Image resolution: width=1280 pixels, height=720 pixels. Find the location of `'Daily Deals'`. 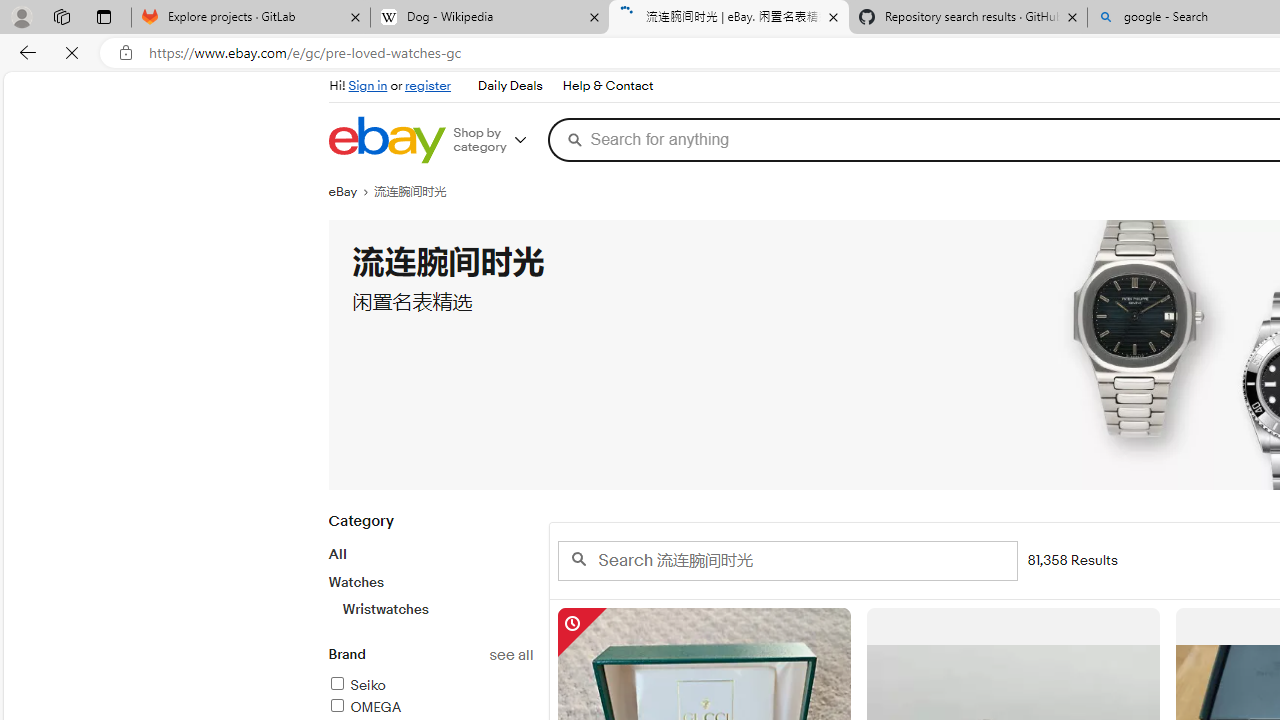

'Daily Deals' is located at coordinates (509, 85).